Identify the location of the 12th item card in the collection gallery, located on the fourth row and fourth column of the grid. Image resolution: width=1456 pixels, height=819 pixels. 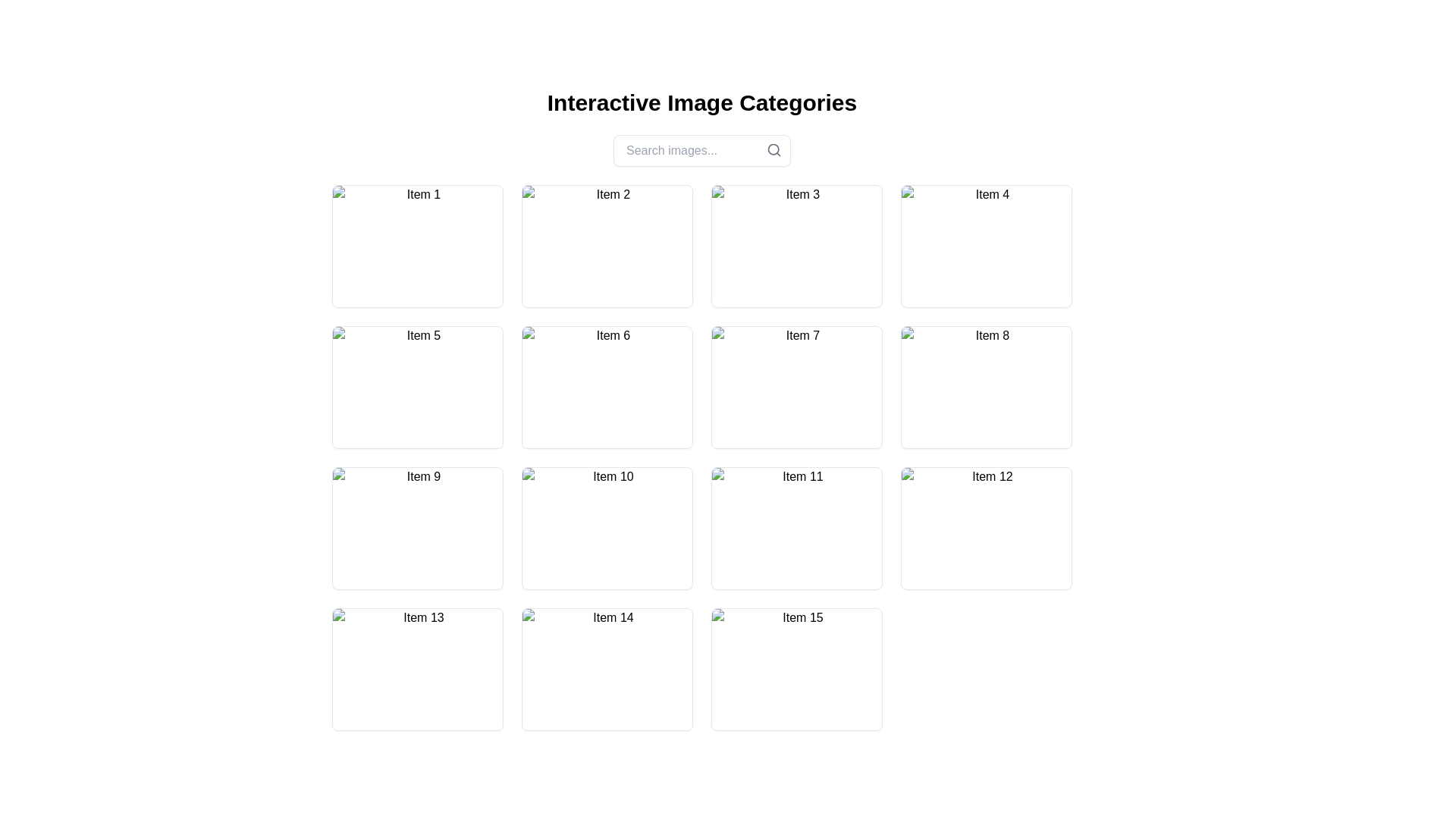
(986, 528).